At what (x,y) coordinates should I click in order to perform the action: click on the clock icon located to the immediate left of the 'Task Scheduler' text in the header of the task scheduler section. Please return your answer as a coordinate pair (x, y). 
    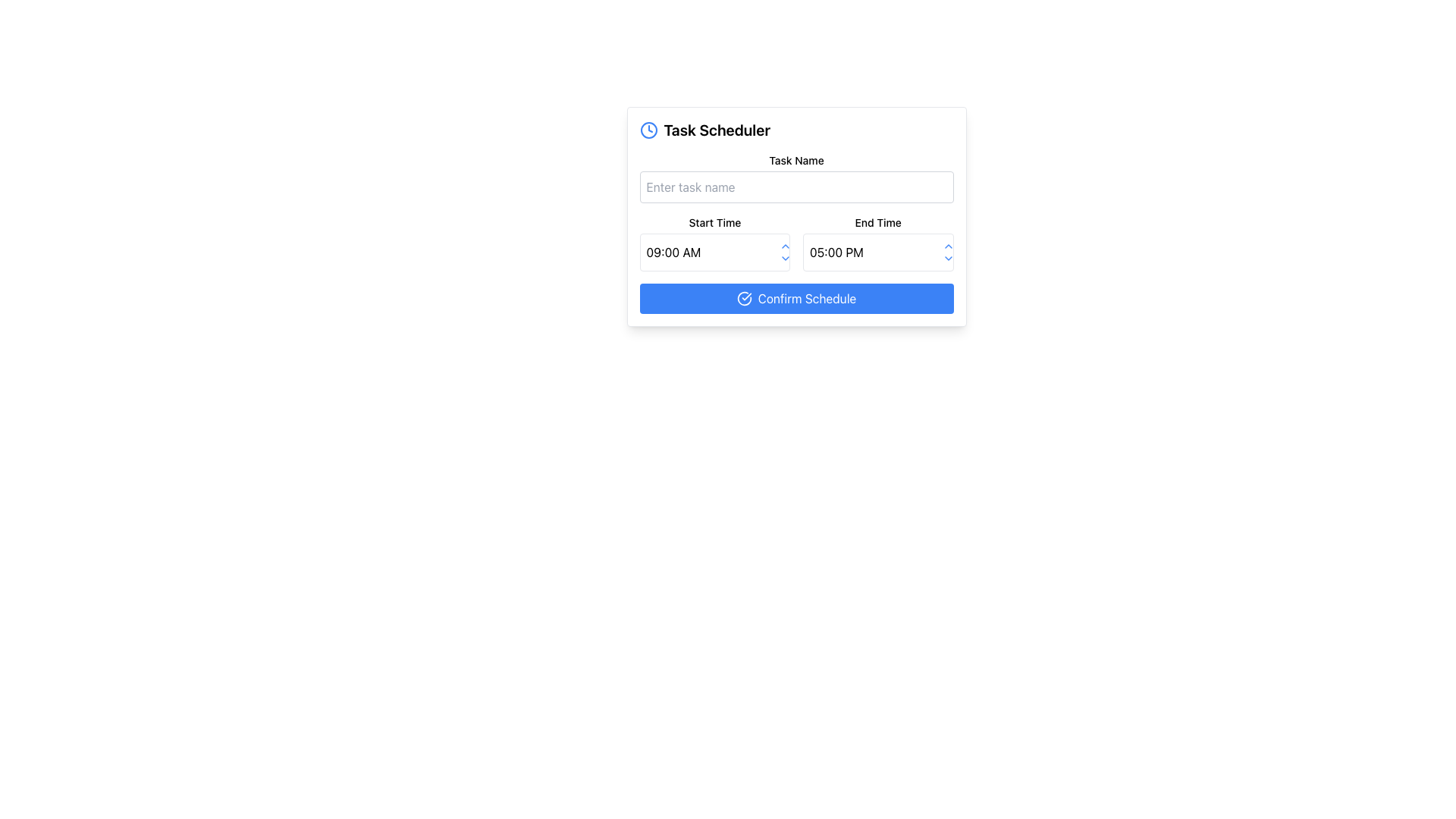
    Looking at the image, I should click on (648, 130).